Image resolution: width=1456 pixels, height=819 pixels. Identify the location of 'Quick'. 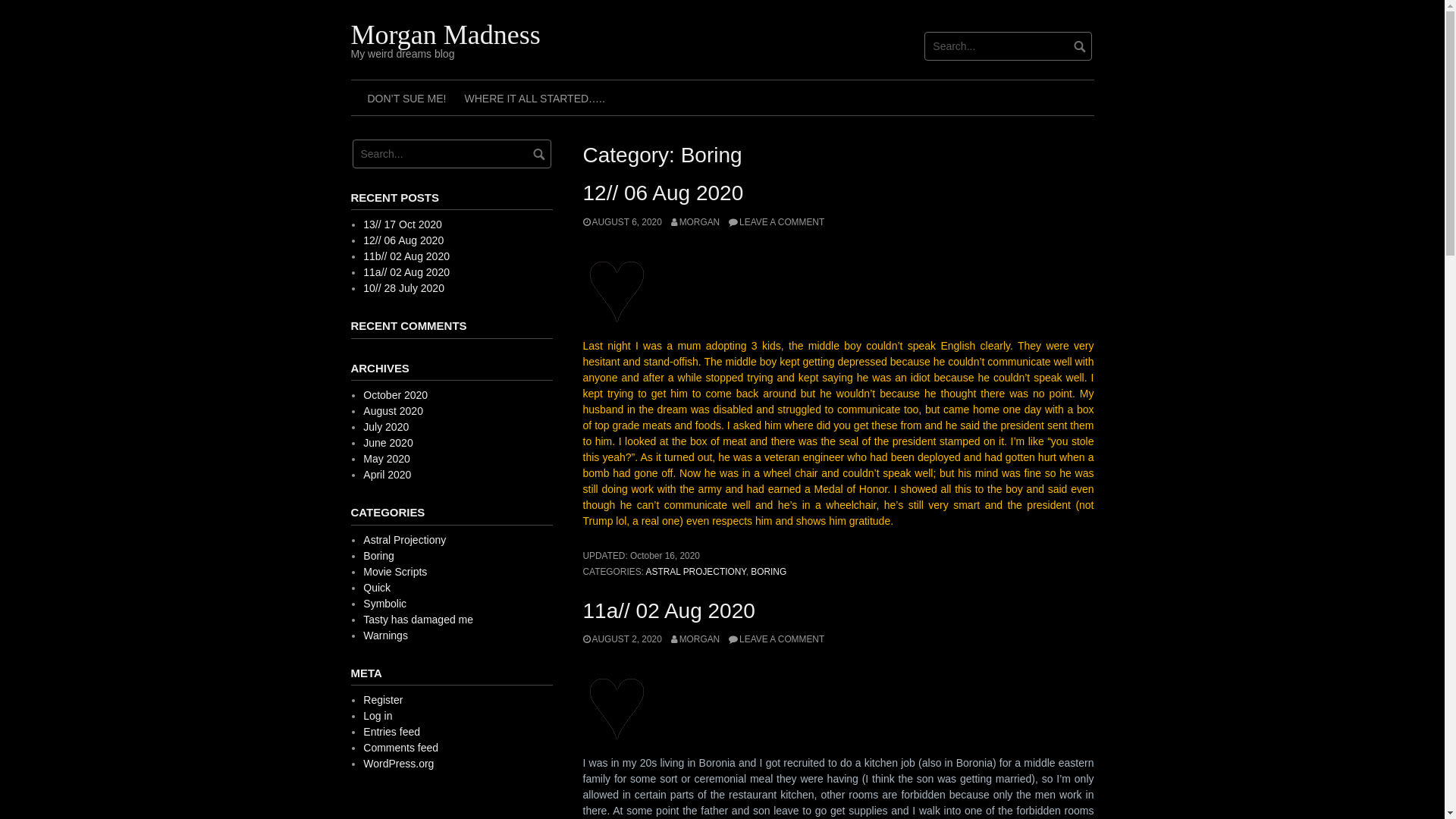
(377, 587).